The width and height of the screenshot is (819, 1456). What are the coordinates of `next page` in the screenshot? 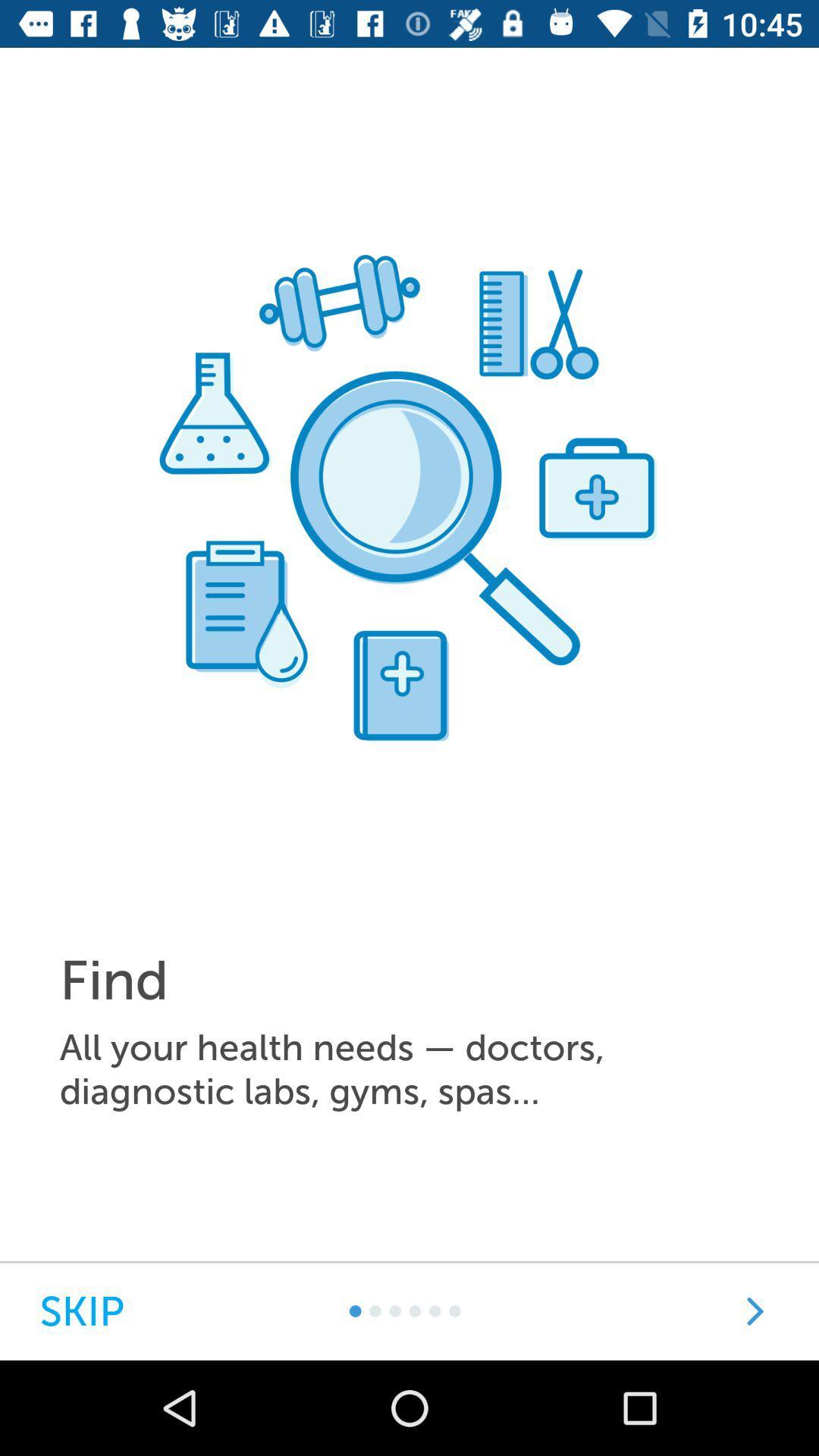 It's located at (755, 1310).